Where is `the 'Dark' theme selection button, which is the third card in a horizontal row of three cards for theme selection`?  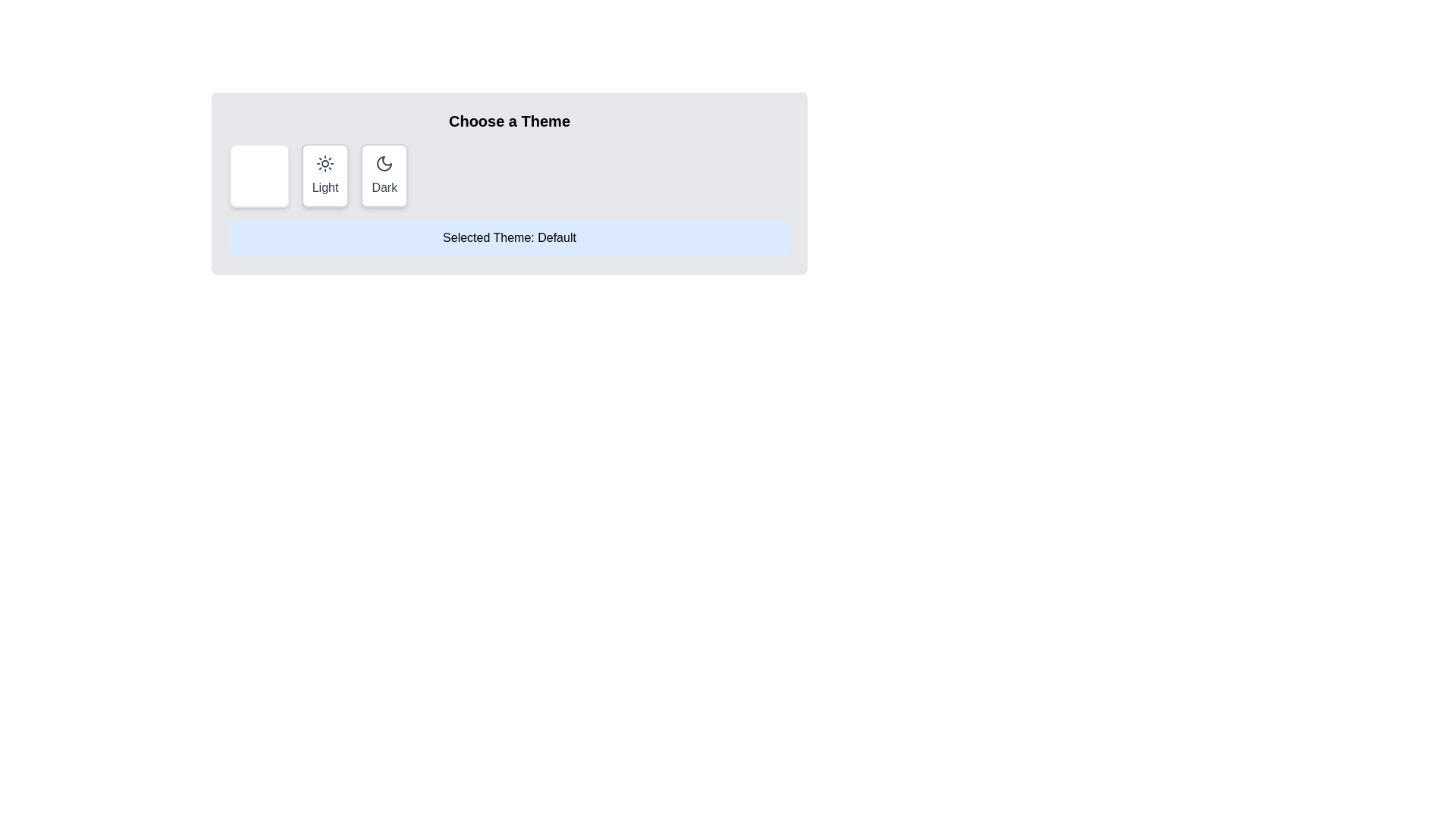
the 'Dark' theme selection button, which is the third card in a horizontal row of three cards for theme selection is located at coordinates (384, 174).